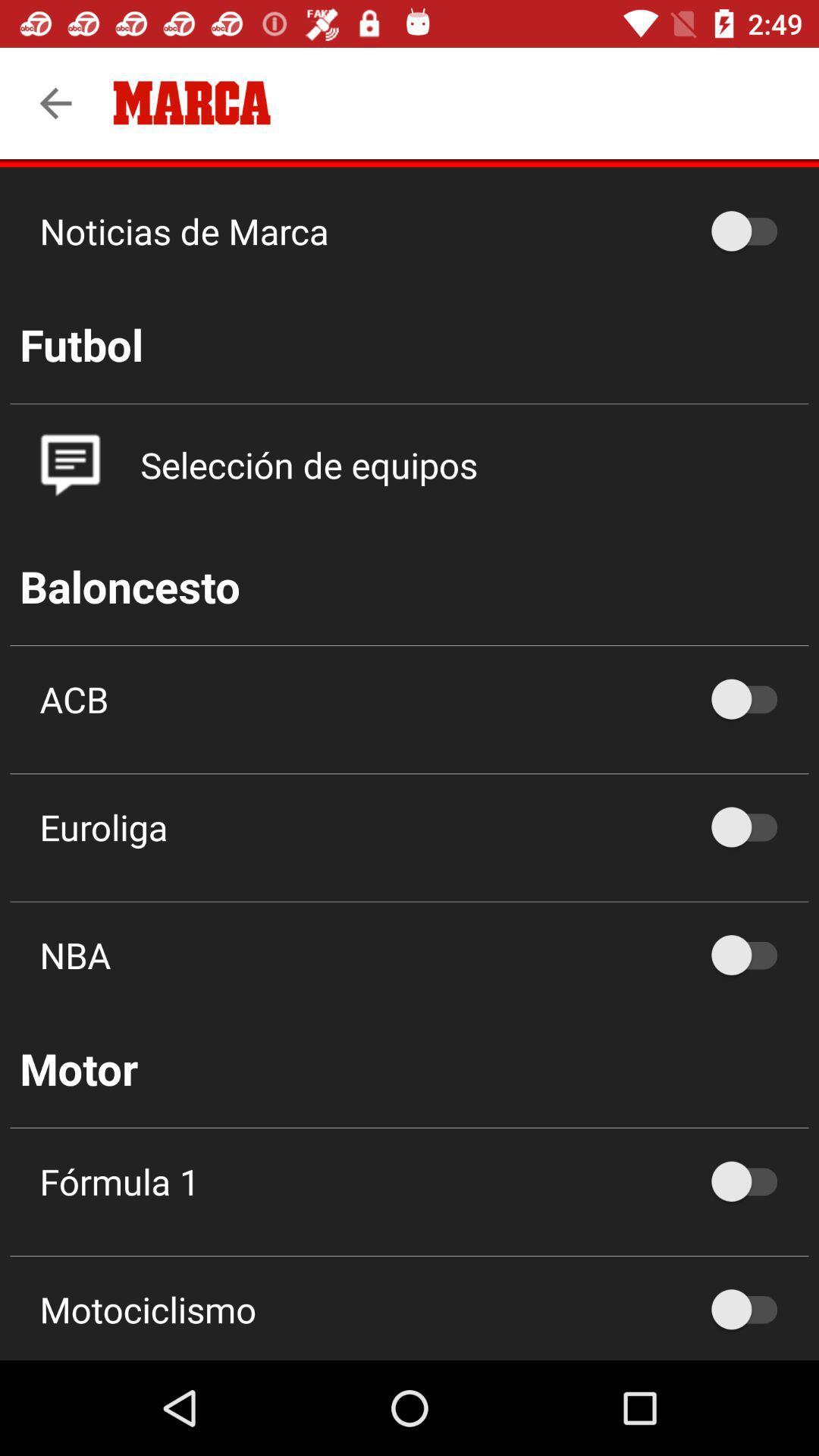  What do you see at coordinates (752, 954) in the screenshot?
I see `no radio button` at bounding box center [752, 954].